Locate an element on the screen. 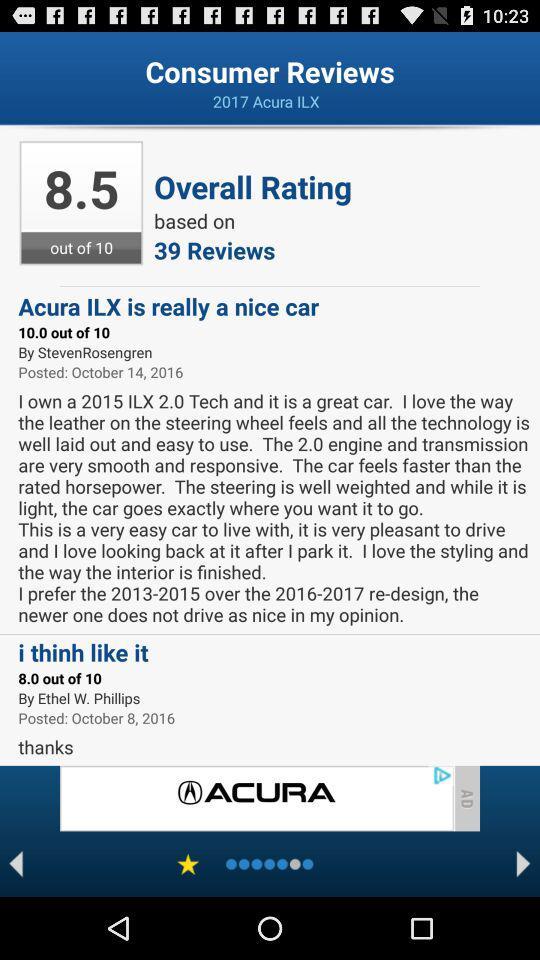 This screenshot has width=540, height=960. click advertisement is located at coordinates (256, 798).